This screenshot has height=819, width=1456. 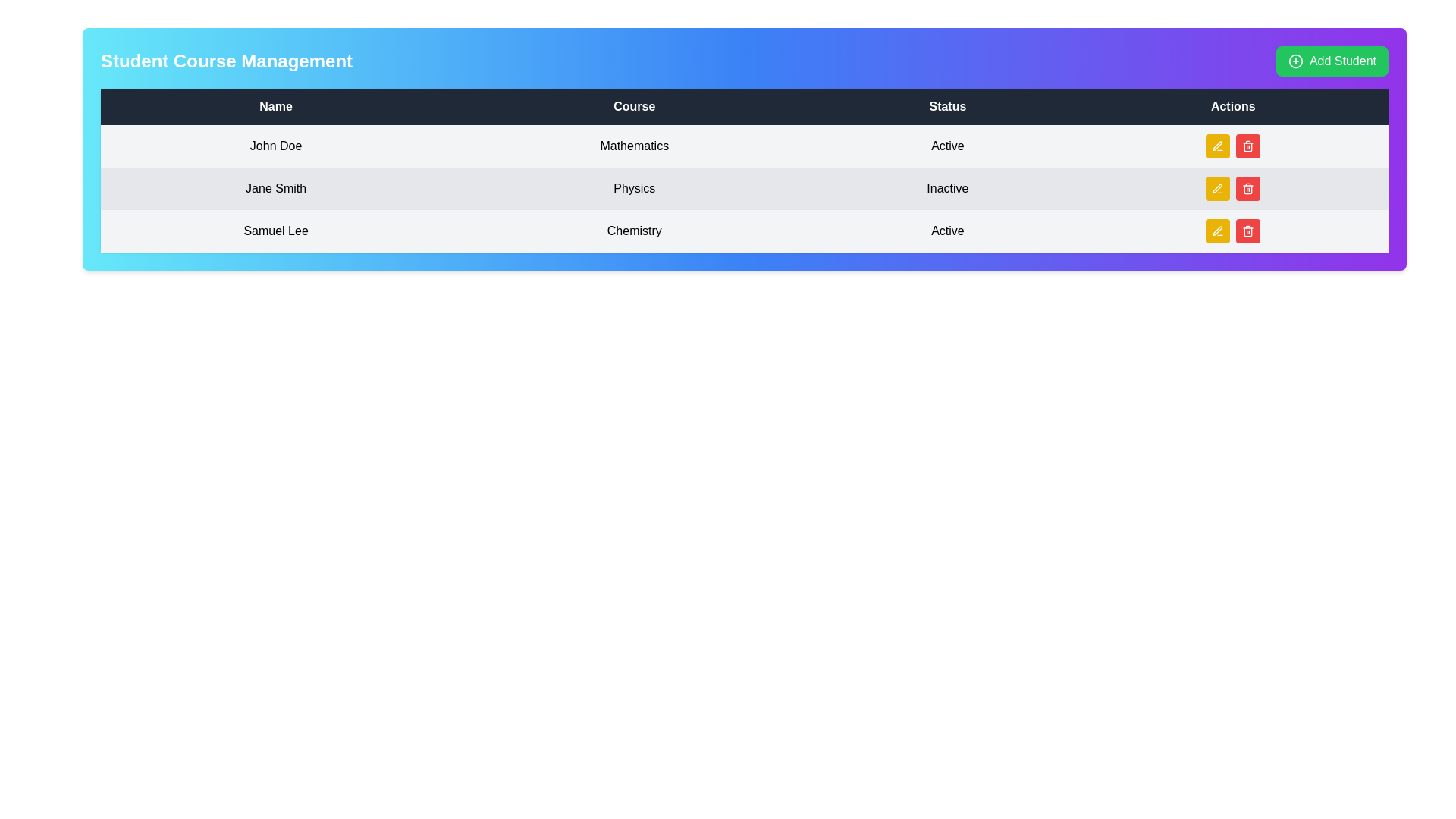 I want to click on the pen icon button in the 'Actions' column of the third row of the table, so click(x=1217, y=231).